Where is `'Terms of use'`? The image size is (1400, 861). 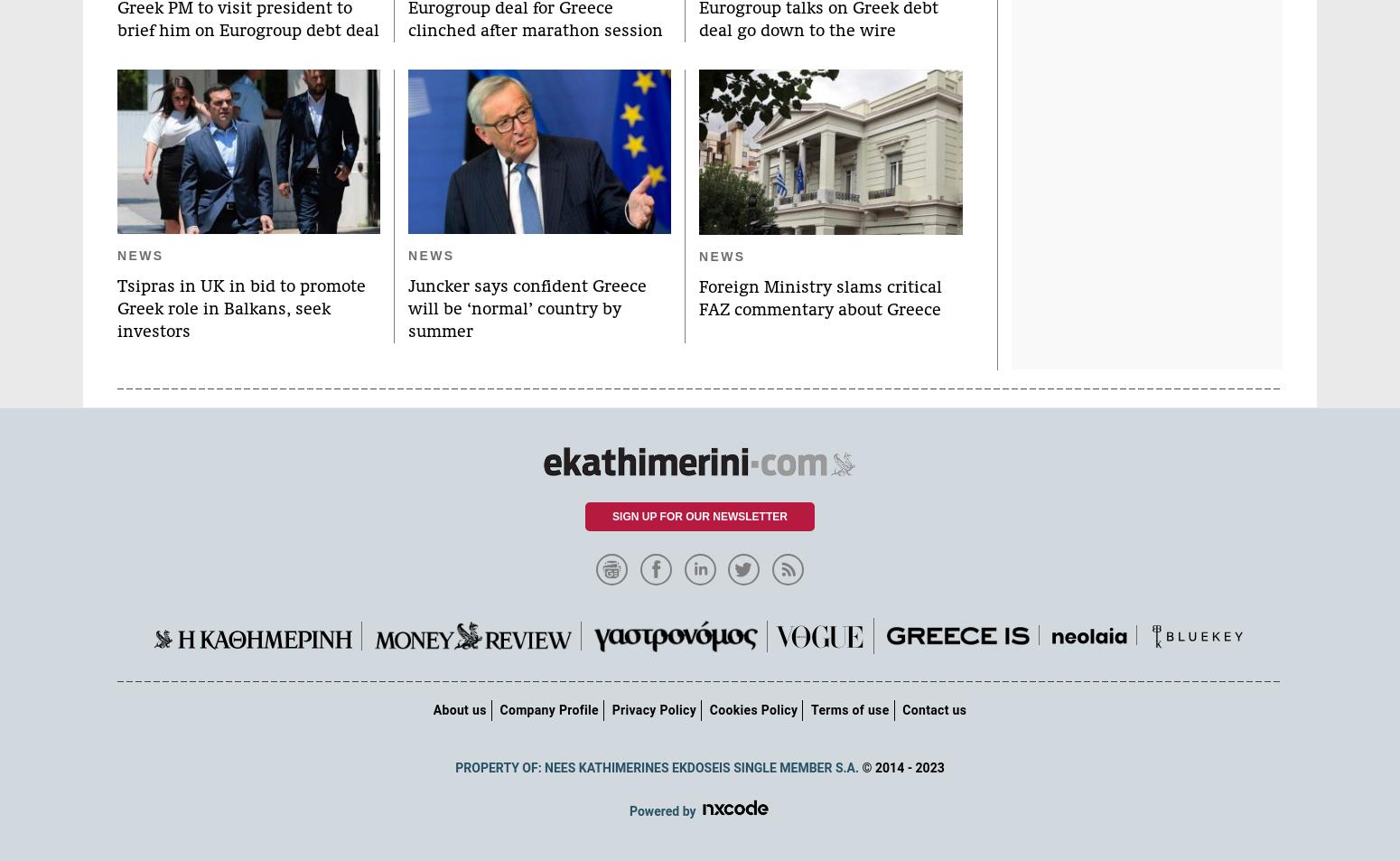
'Terms of use' is located at coordinates (849, 710).